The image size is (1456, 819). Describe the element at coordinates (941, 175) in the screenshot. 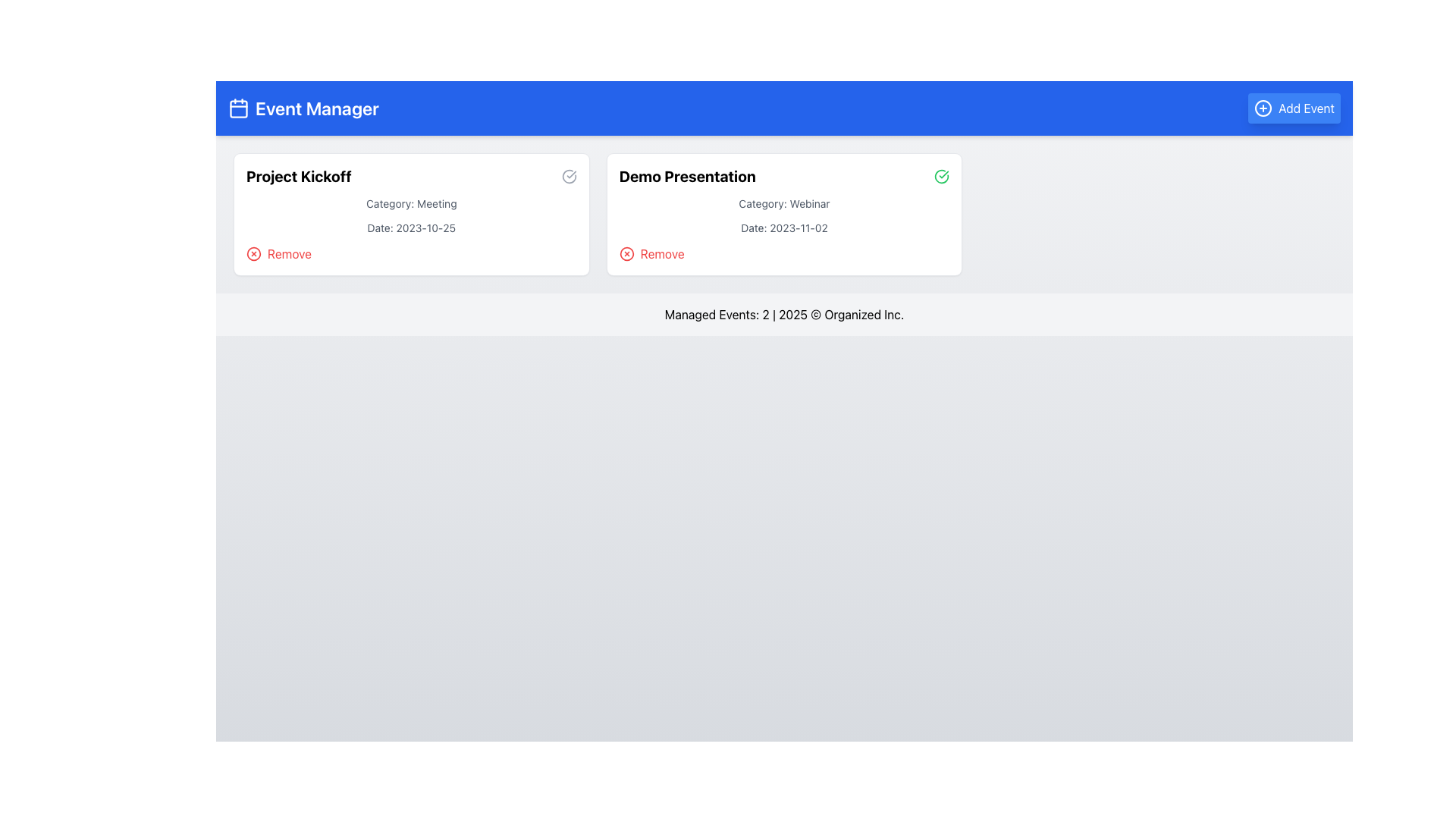

I see `the circular green checkmark icon located to the right of the 'Demo Presentation' title, which indicates confirmation or success` at that location.